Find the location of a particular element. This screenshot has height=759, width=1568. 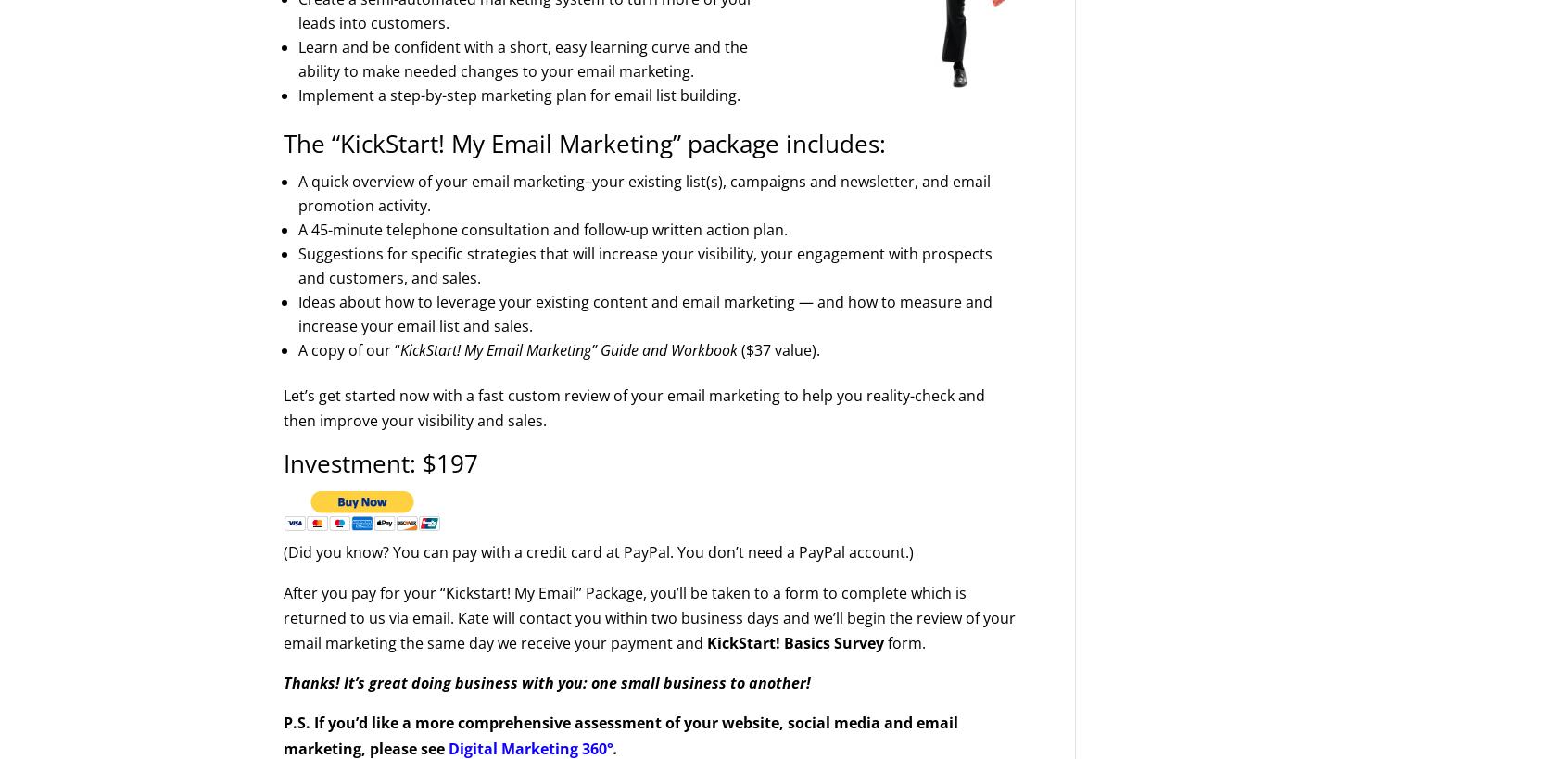

'KickStart! My Email Marketing” Guide and Workbook' is located at coordinates (568, 348).